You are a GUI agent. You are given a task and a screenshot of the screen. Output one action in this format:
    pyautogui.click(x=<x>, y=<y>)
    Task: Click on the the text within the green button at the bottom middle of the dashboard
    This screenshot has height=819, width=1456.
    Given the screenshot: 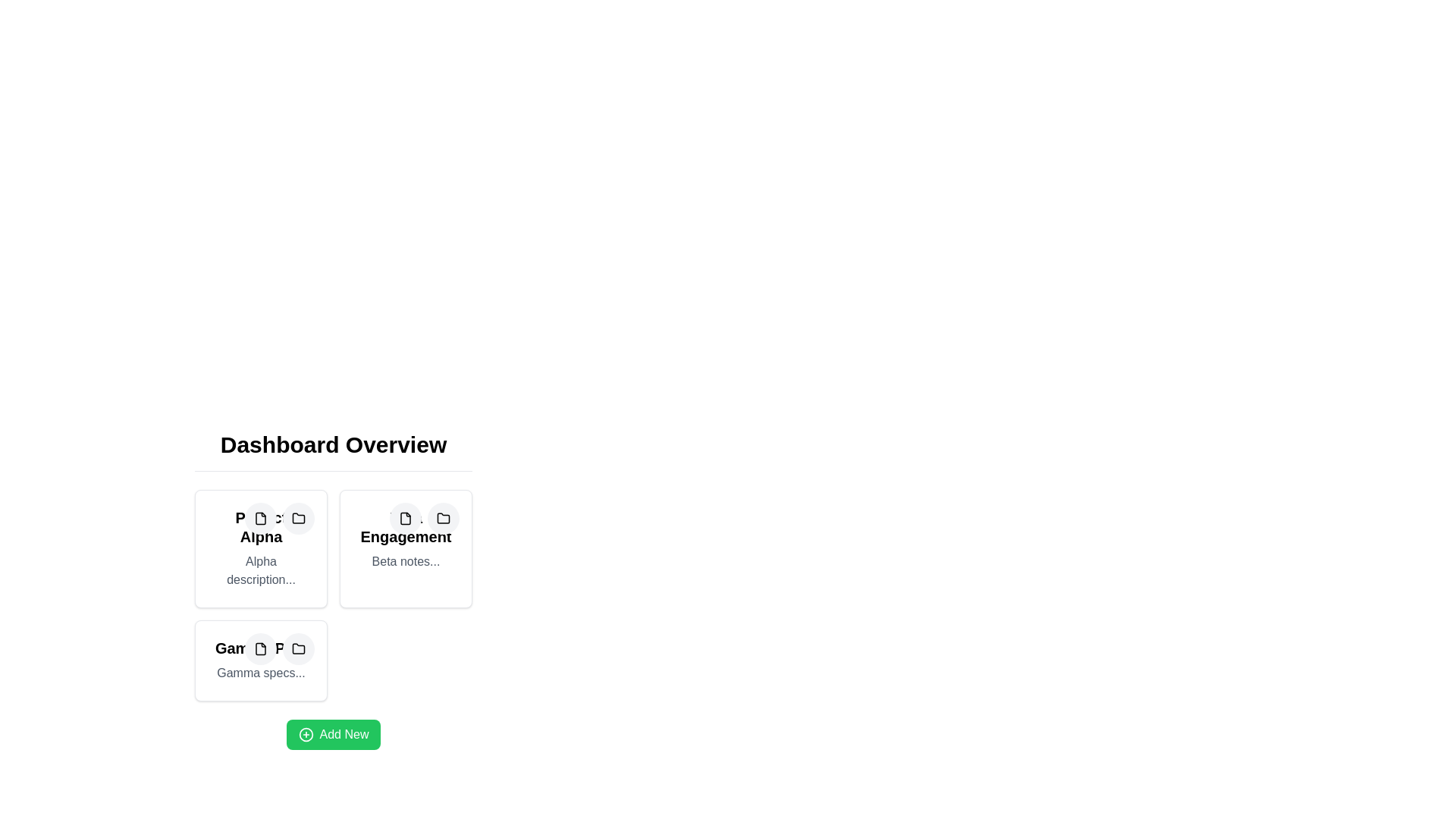 What is the action you would take?
    pyautogui.click(x=344, y=733)
    